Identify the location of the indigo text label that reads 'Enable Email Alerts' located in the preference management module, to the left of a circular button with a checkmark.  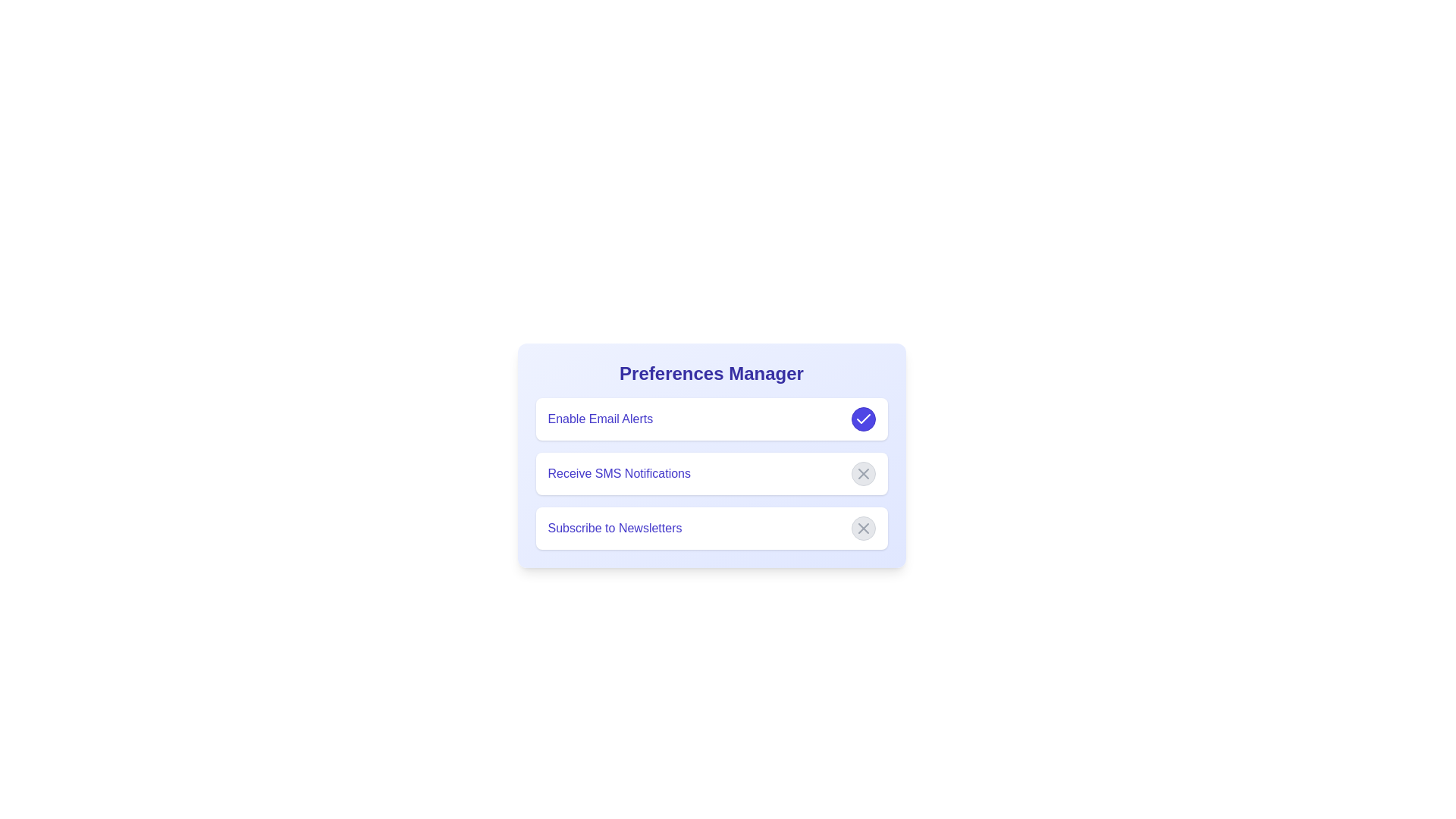
(599, 419).